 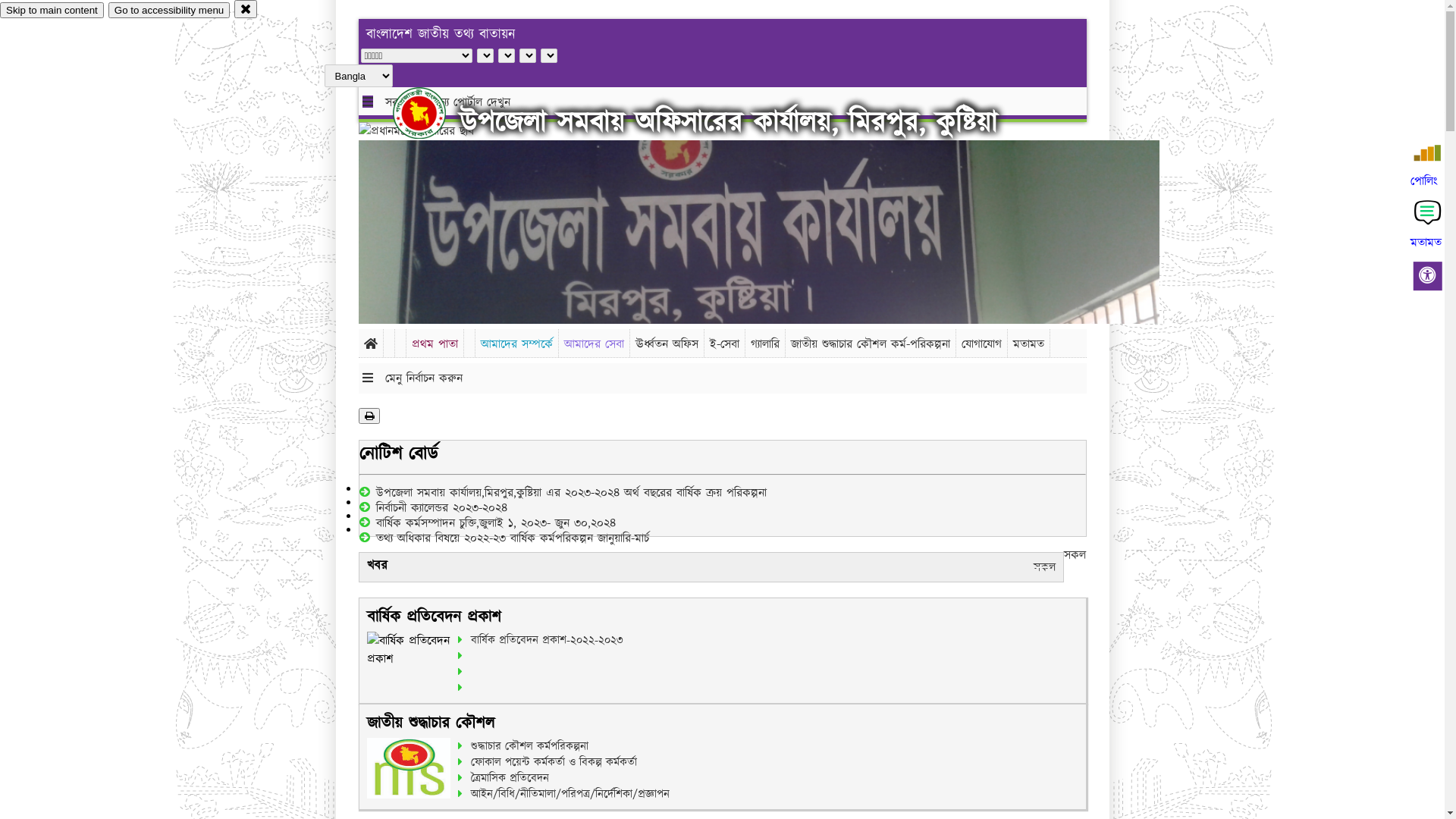 I want to click on 'Skip to main content', so click(x=0, y=10).